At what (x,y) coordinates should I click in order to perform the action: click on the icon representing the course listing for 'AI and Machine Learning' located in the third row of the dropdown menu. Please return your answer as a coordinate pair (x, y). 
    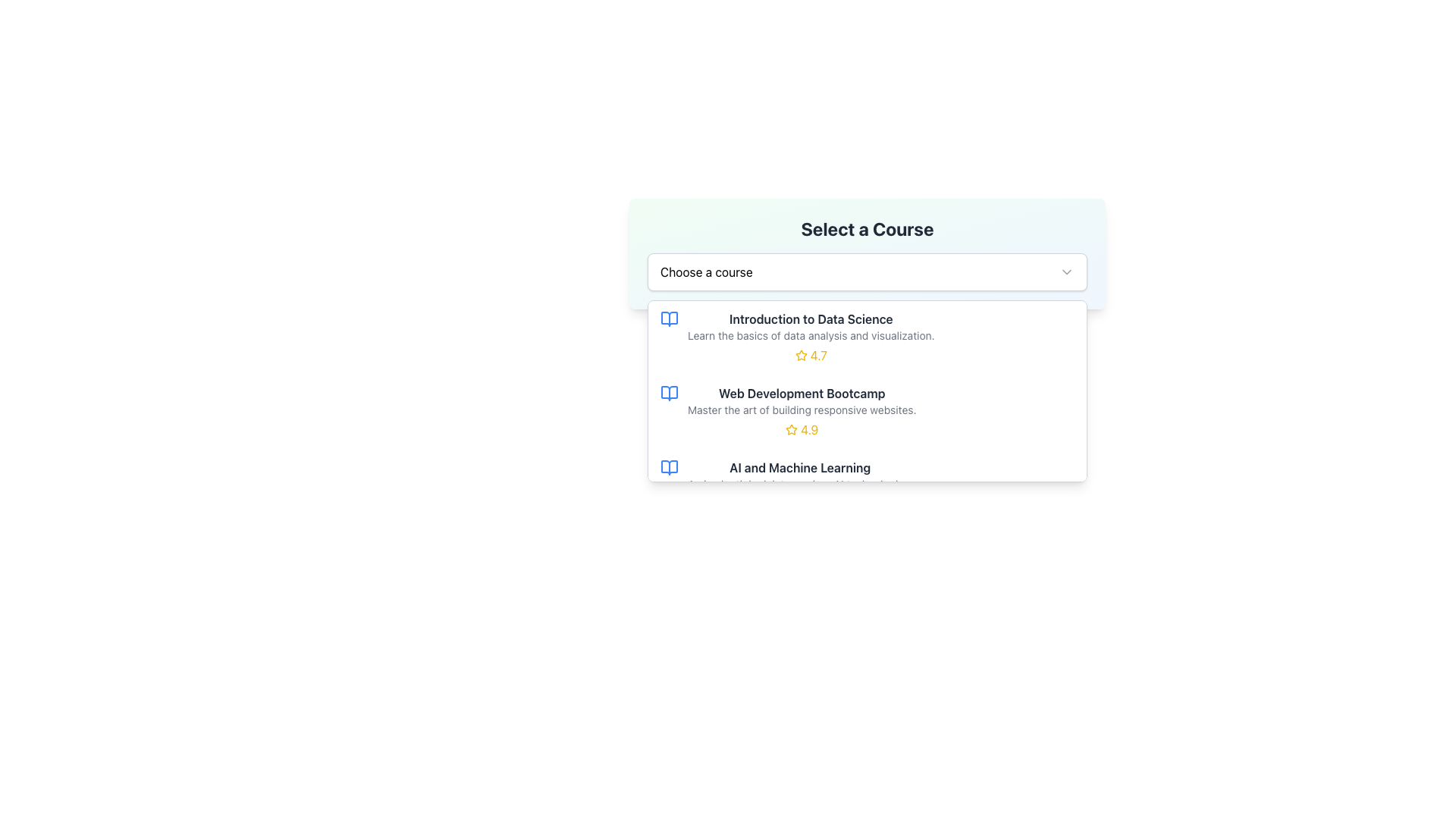
    Looking at the image, I should click on (669, 467).